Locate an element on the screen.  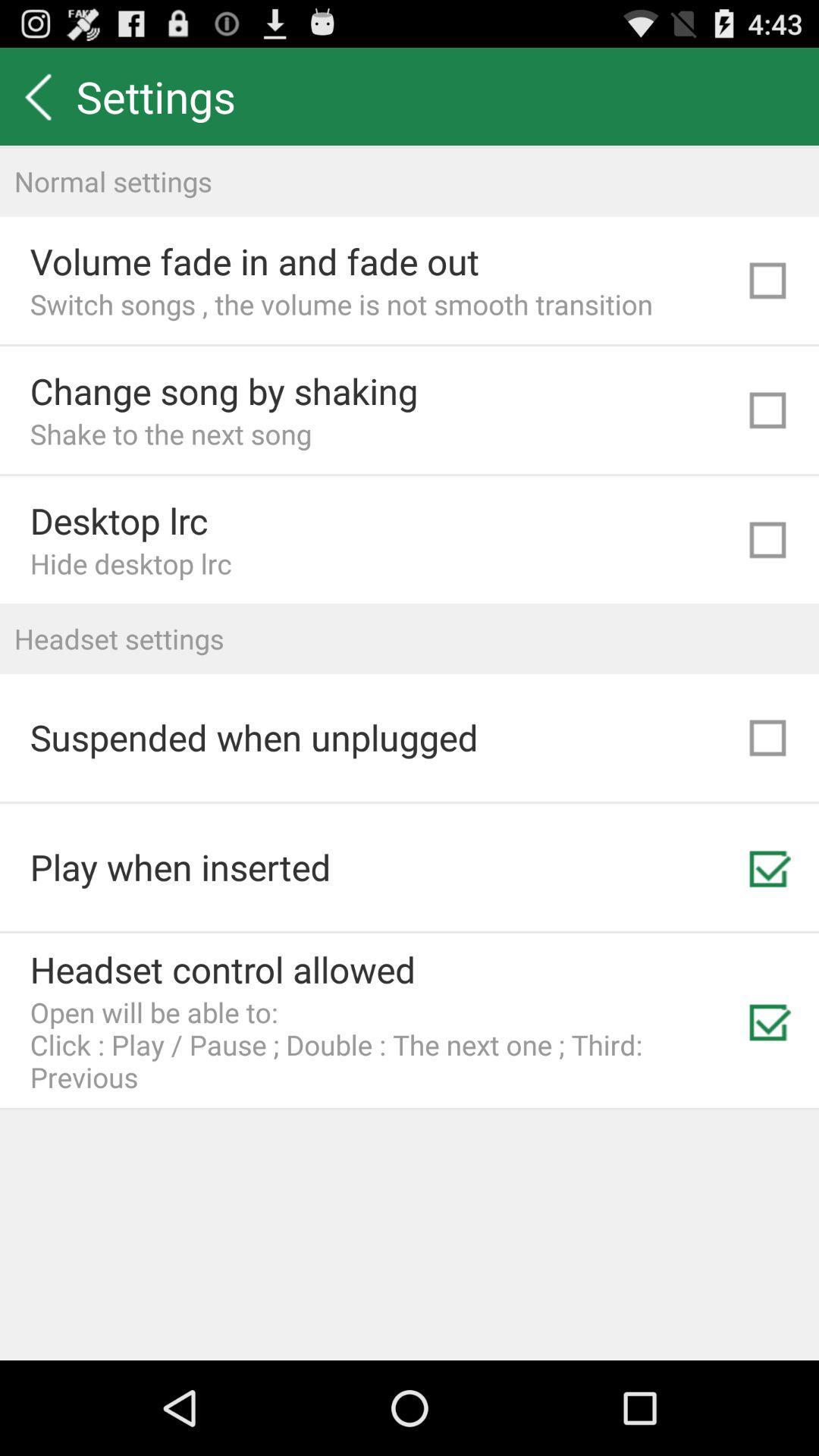
the normal settings item is located at coordinates (409, 181).